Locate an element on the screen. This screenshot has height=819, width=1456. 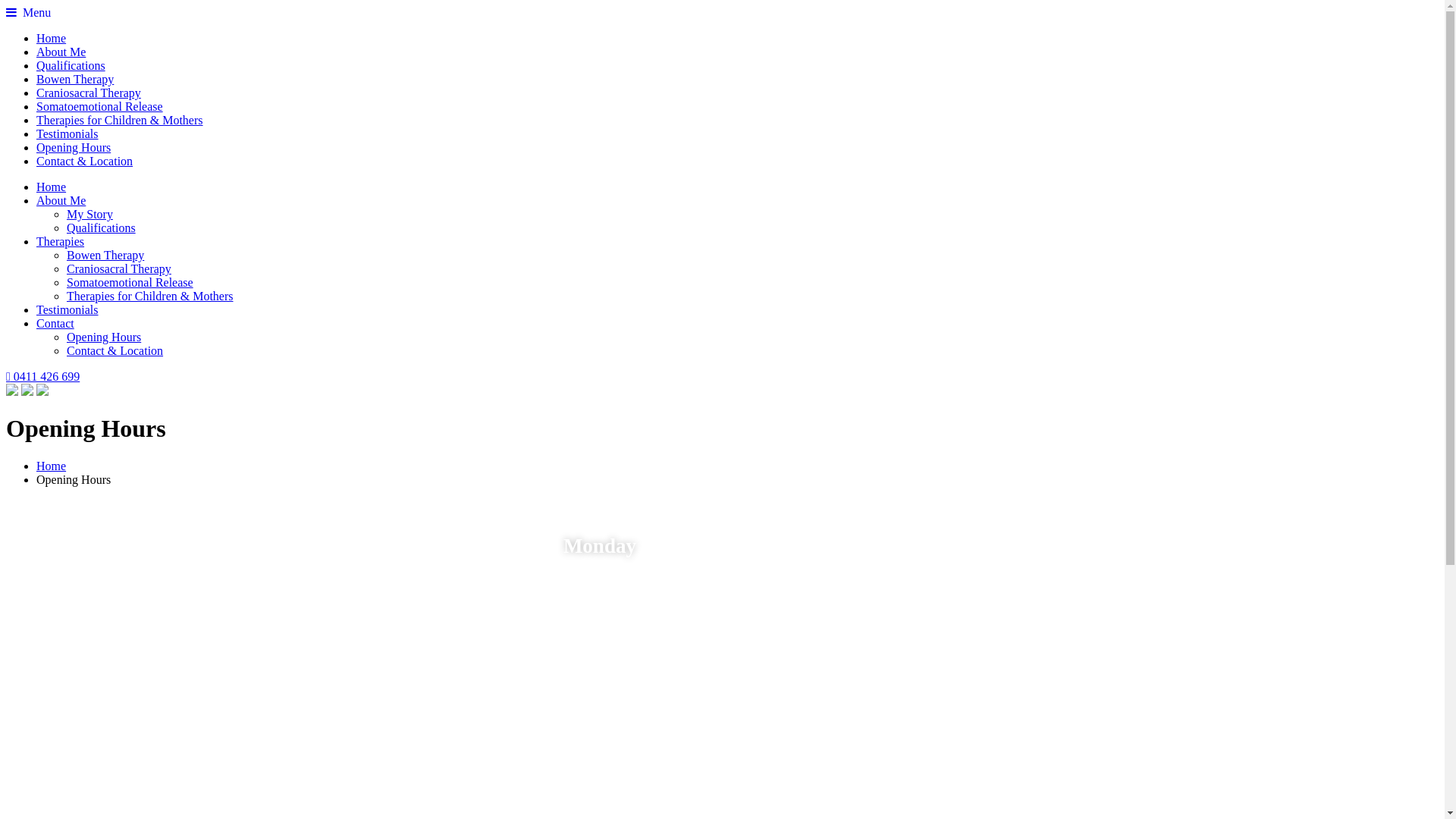
' Menu' is located at coordinates (28, 12).